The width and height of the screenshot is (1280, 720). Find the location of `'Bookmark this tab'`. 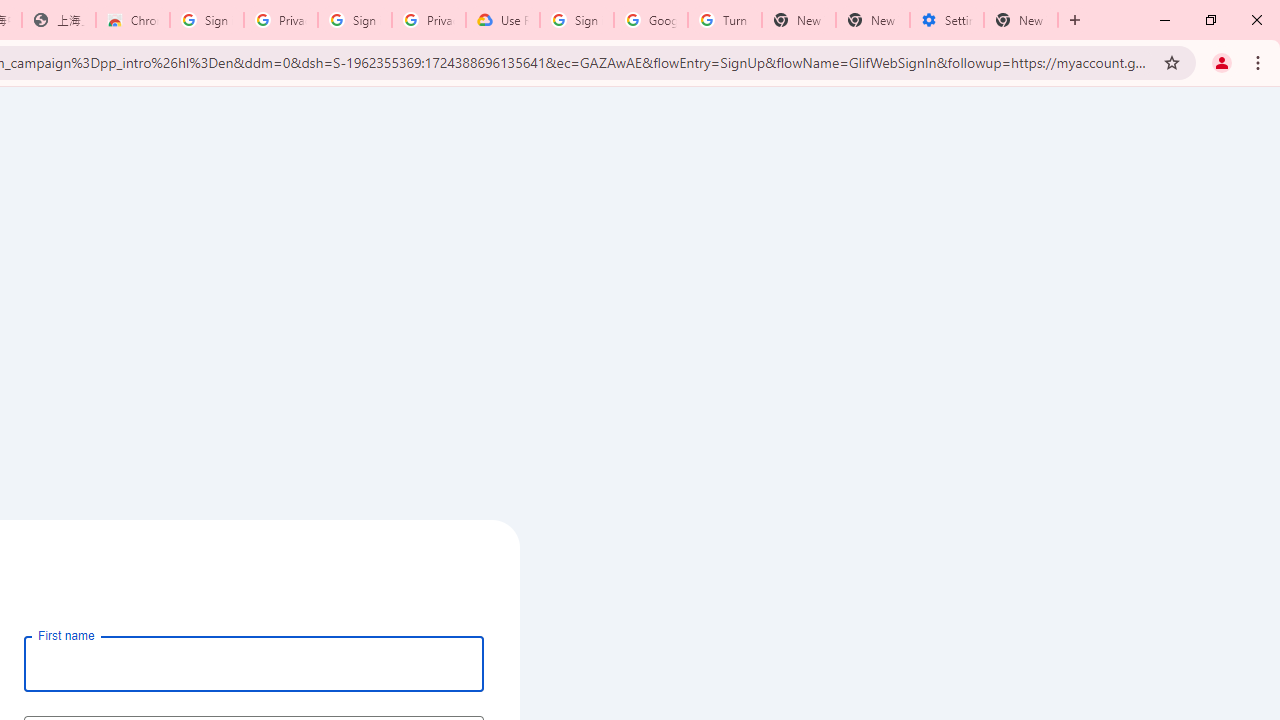

'Bookmark this tab' is located at coordinates (1171, 61).